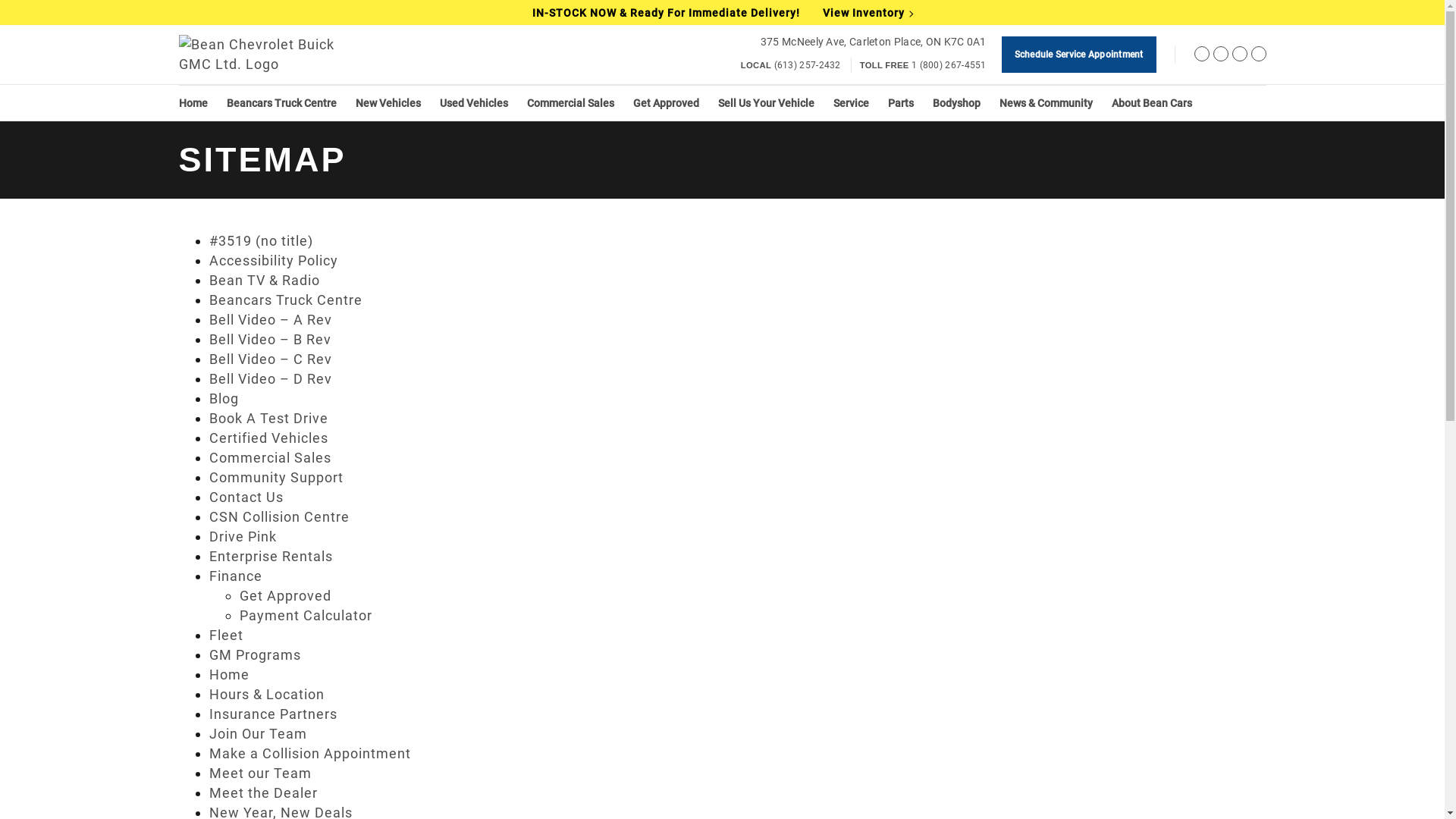 The width and height of the screenshot is (1456, 819). Describe the element at coordinates (955, 102) in the screenshot. I see `'Bodyshop'` at that location.